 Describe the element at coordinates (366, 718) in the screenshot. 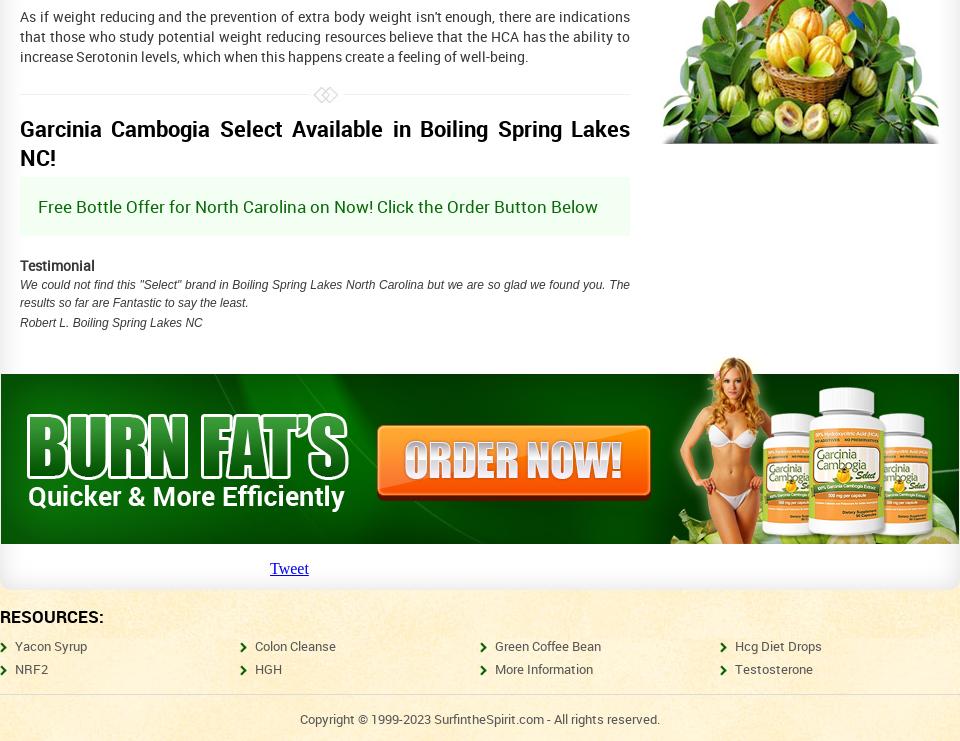

I see `'Copyright © 1999-2023'` at that location.